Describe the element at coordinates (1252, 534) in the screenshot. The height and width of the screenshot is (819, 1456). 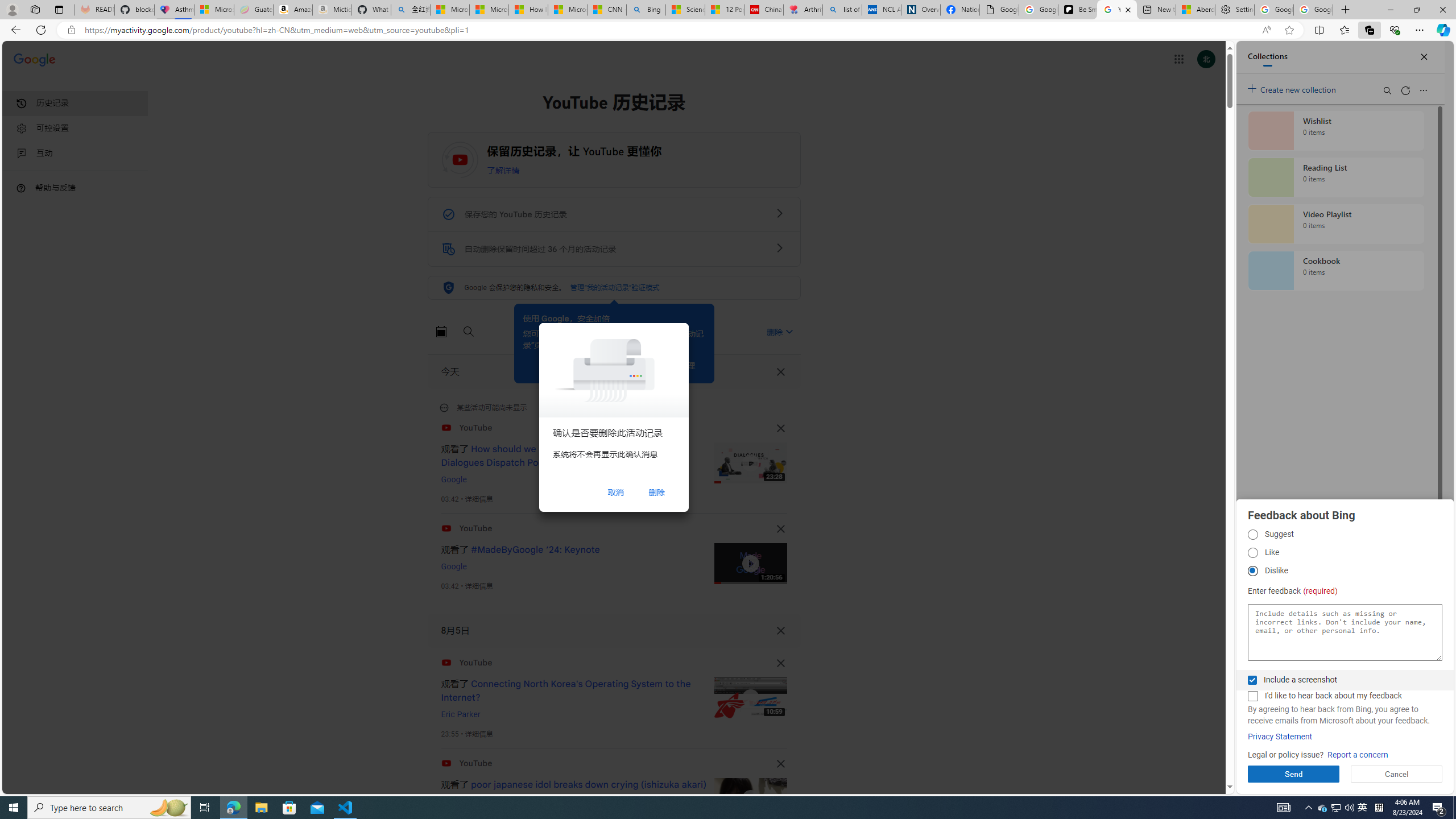
I see `'AutomationID: fbpgdgtp1'` at that location.